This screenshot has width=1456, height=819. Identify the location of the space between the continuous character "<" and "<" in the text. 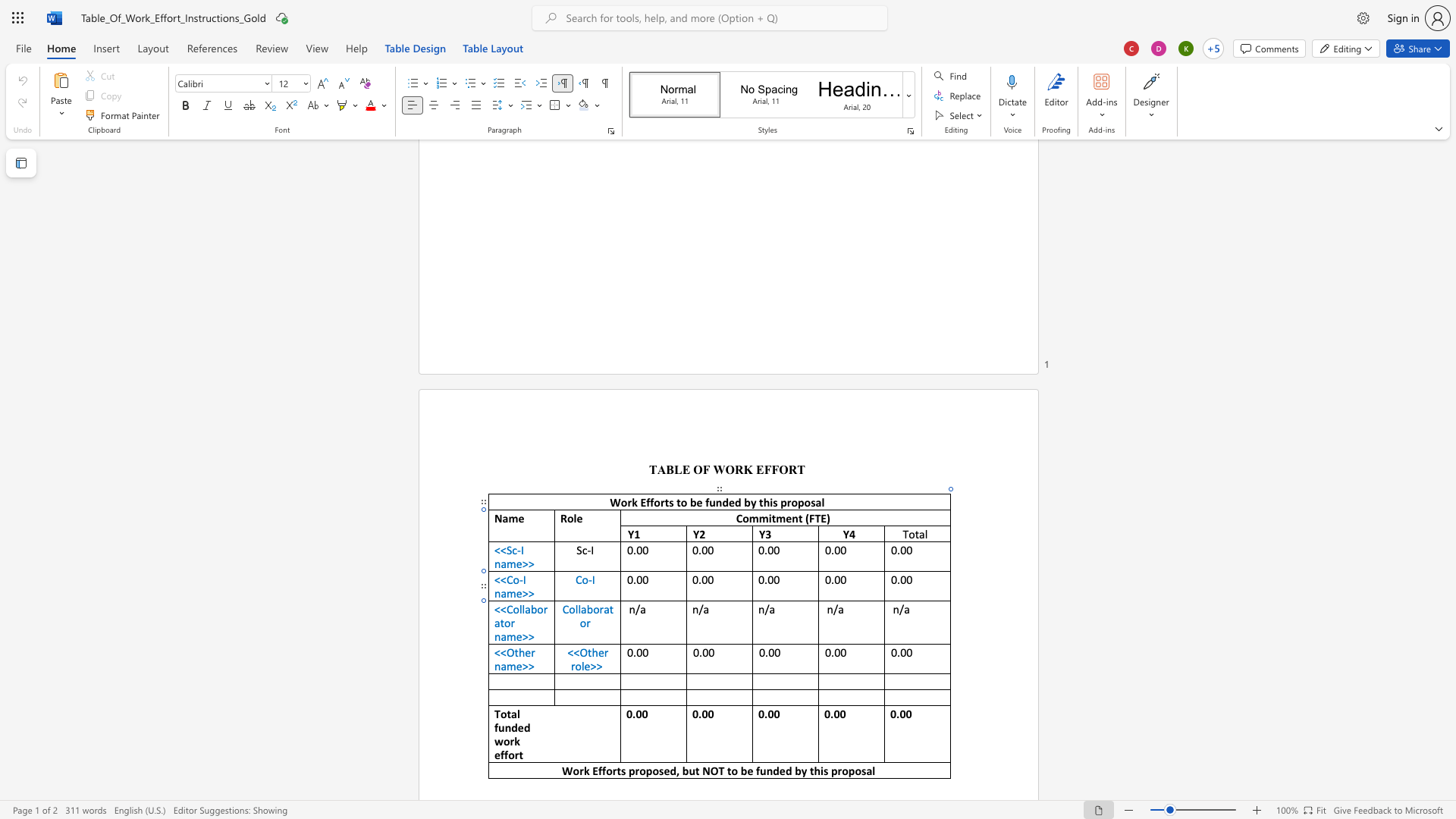
(500, 608).